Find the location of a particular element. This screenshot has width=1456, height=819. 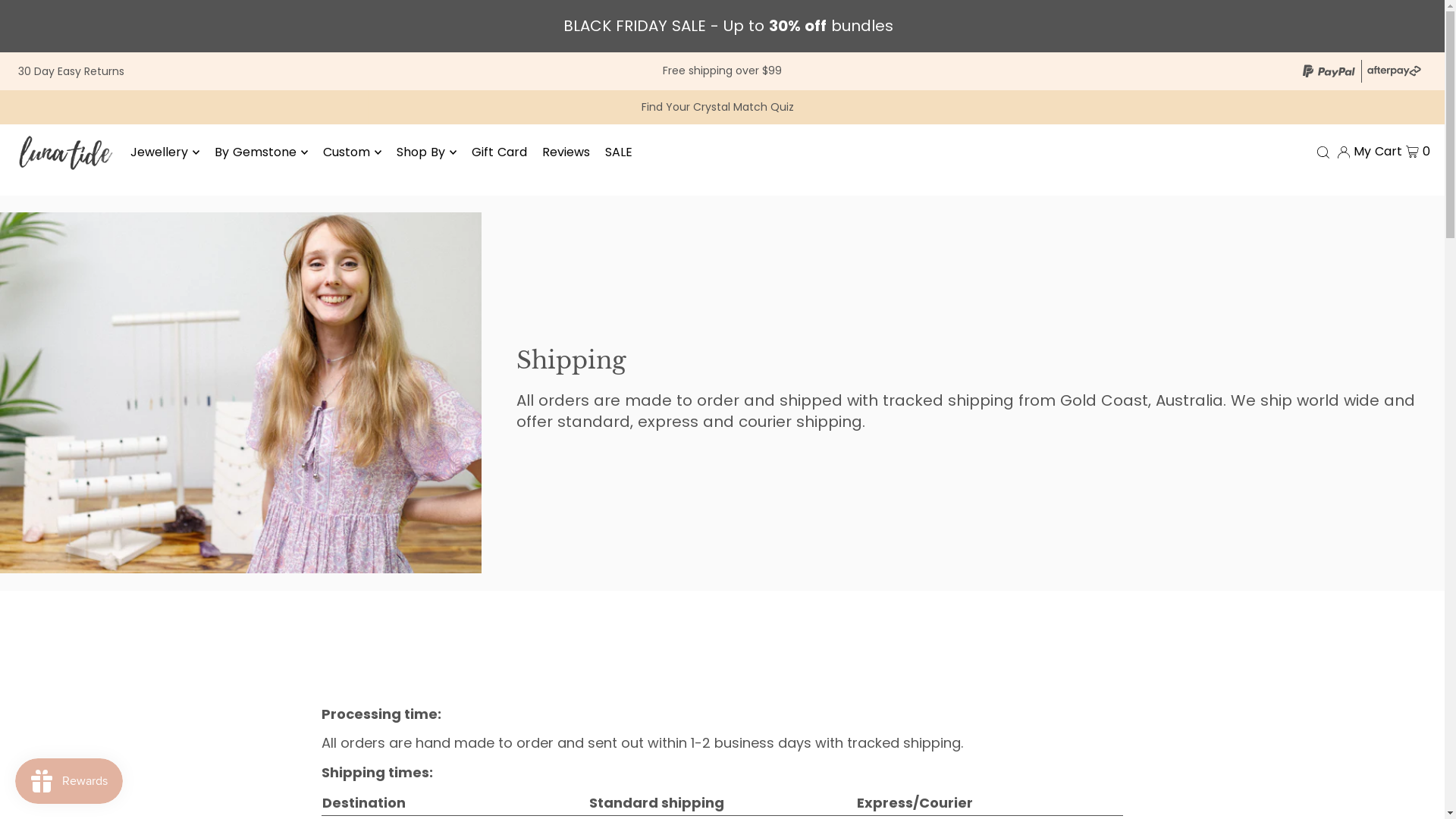

'Jewellery' is located at coordinates (165, 152).